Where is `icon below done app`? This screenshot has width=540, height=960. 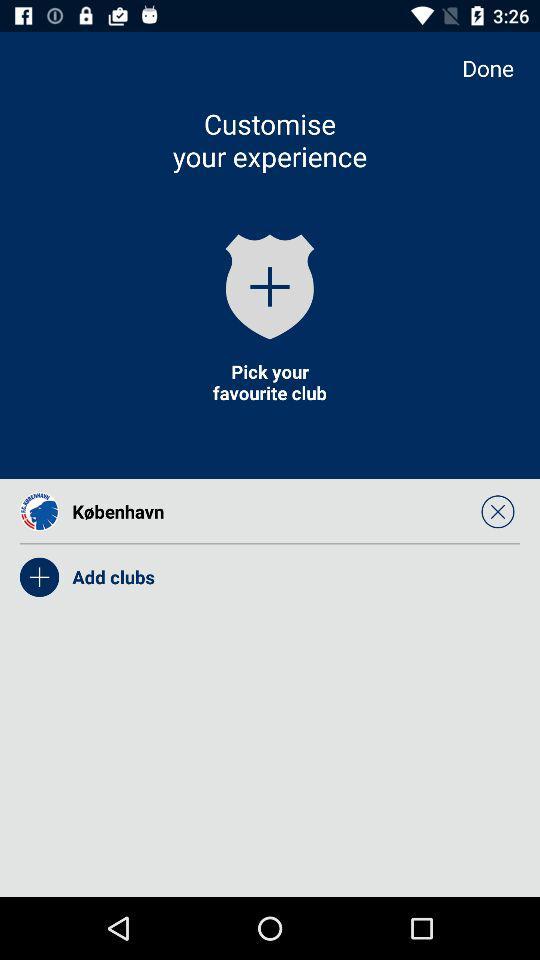
icon below done app is located at coordinates (496, 510).